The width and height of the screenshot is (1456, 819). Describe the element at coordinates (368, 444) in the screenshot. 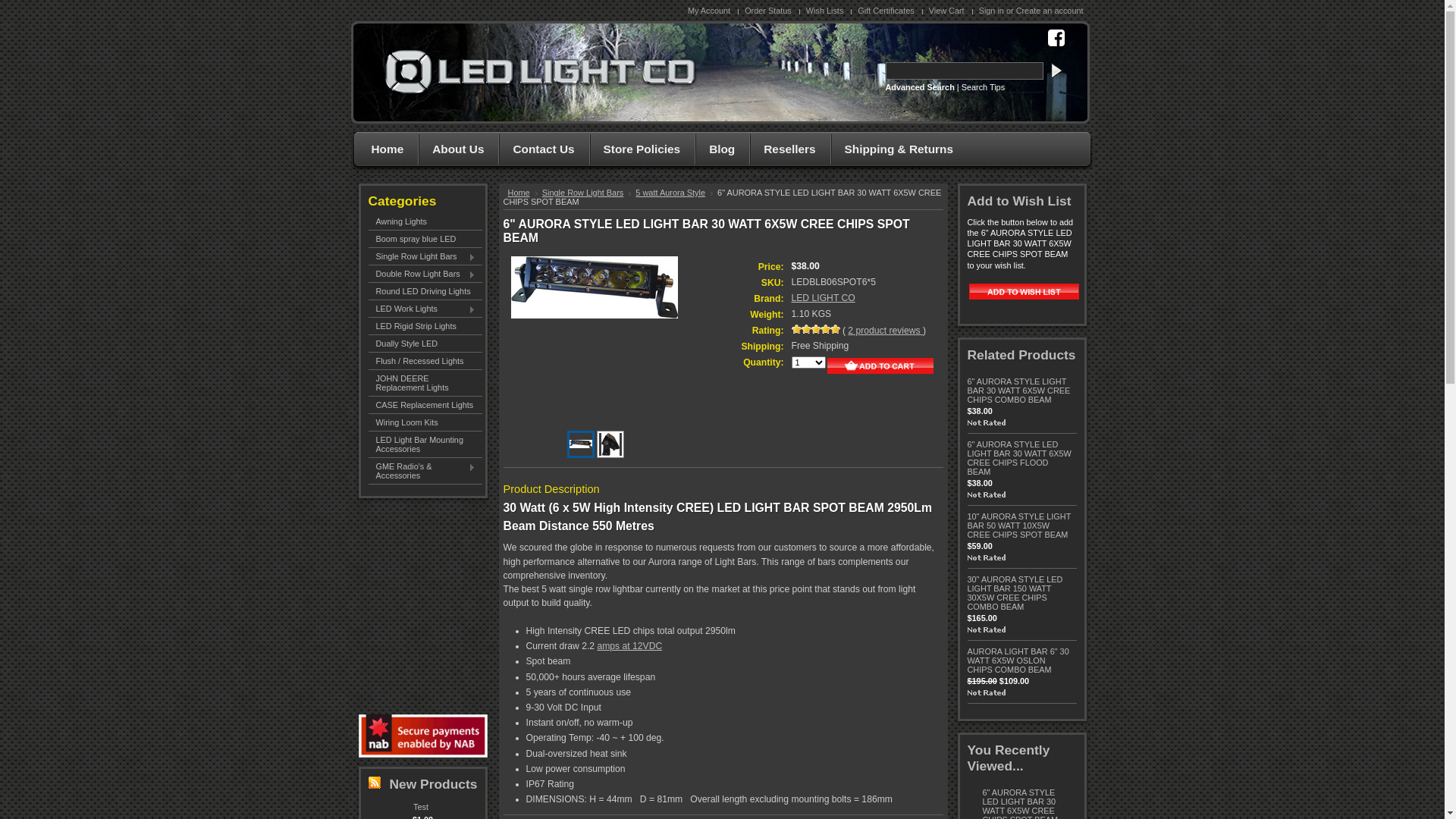

I see `'LED Light Bar Mounting Accessories'` at that location.